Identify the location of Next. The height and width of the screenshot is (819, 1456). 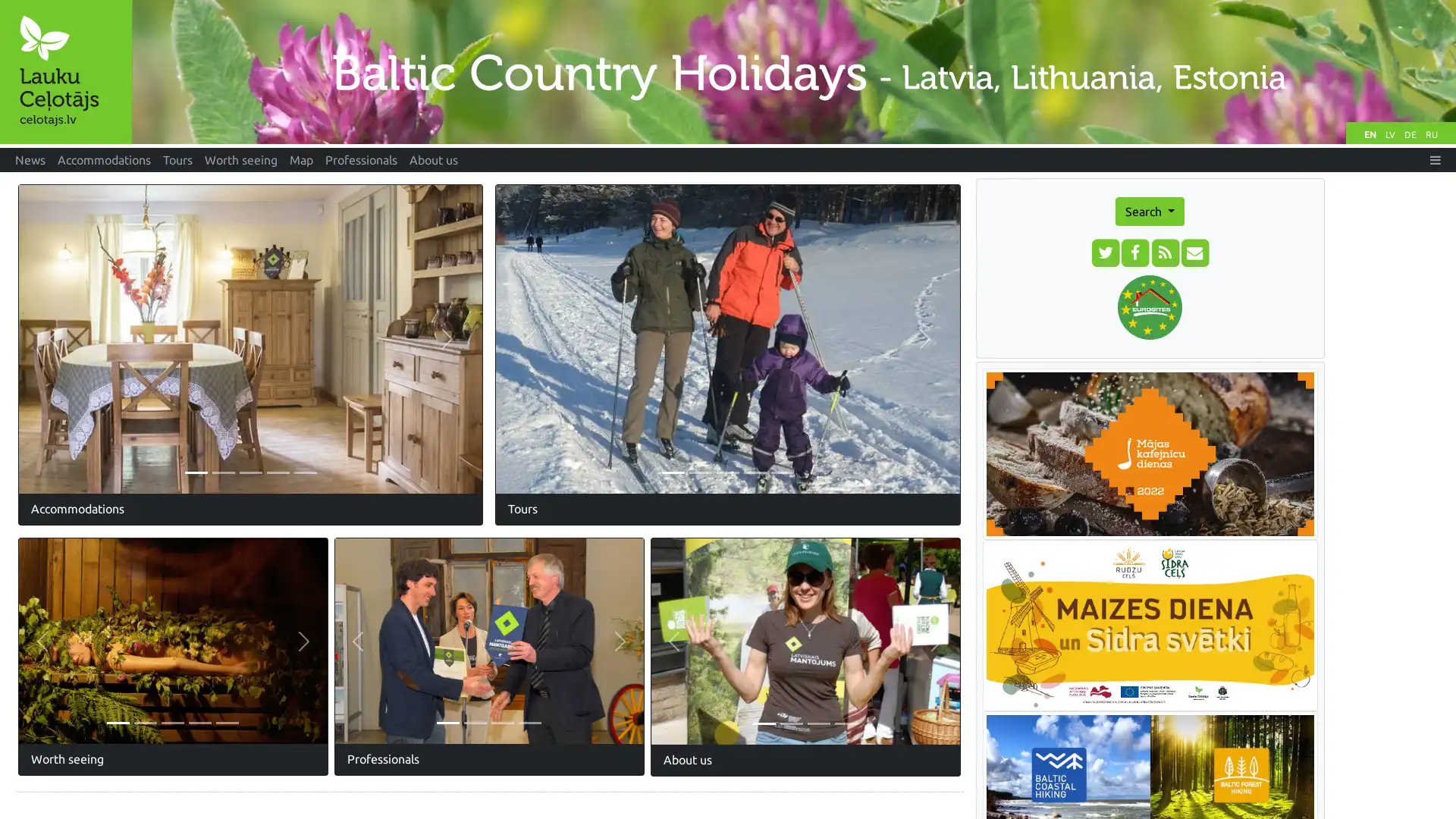
(620, 641).